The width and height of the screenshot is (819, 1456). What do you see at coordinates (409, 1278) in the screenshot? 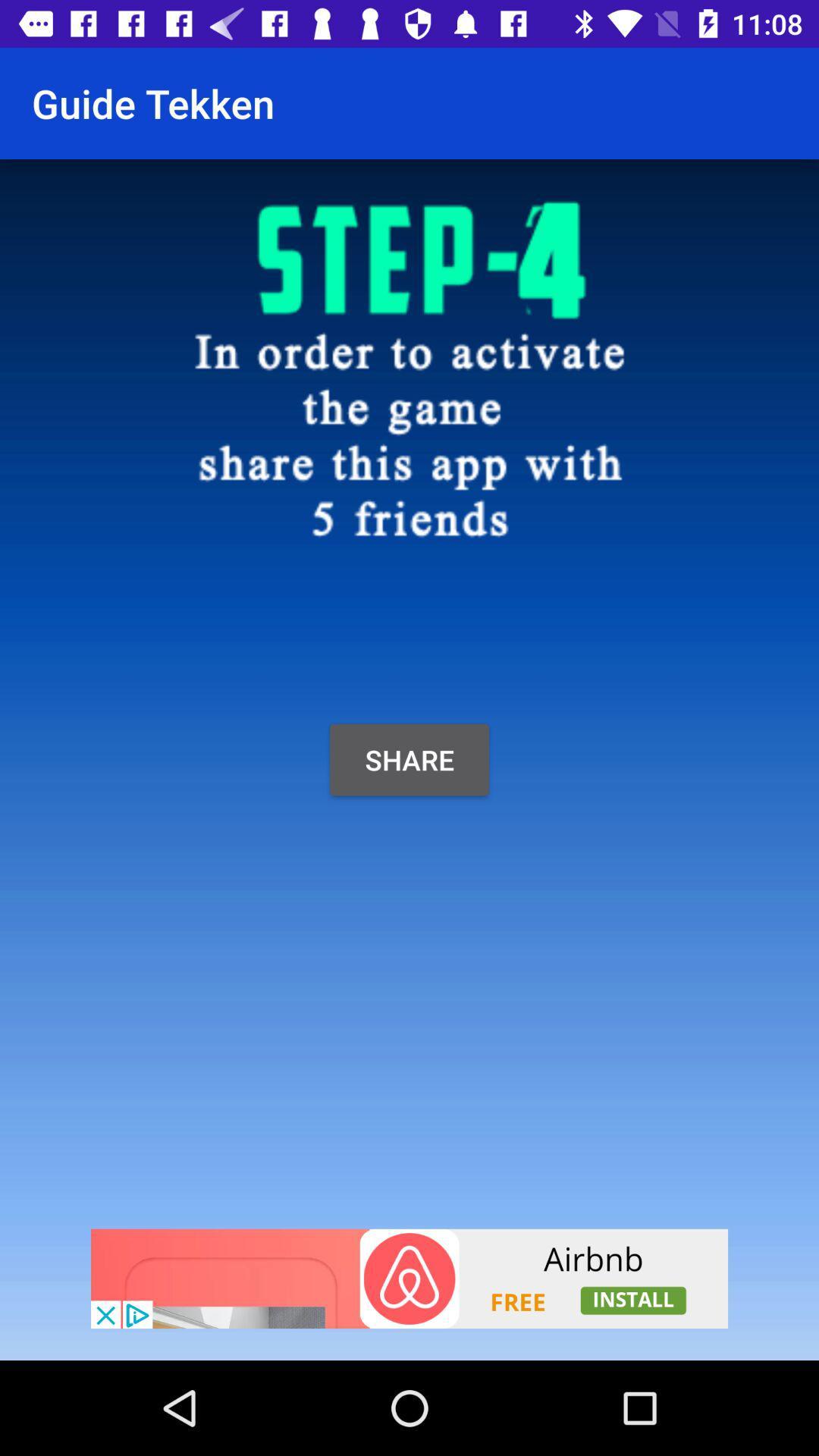
I see `click advertisement` at bounding box center [409, 1278].